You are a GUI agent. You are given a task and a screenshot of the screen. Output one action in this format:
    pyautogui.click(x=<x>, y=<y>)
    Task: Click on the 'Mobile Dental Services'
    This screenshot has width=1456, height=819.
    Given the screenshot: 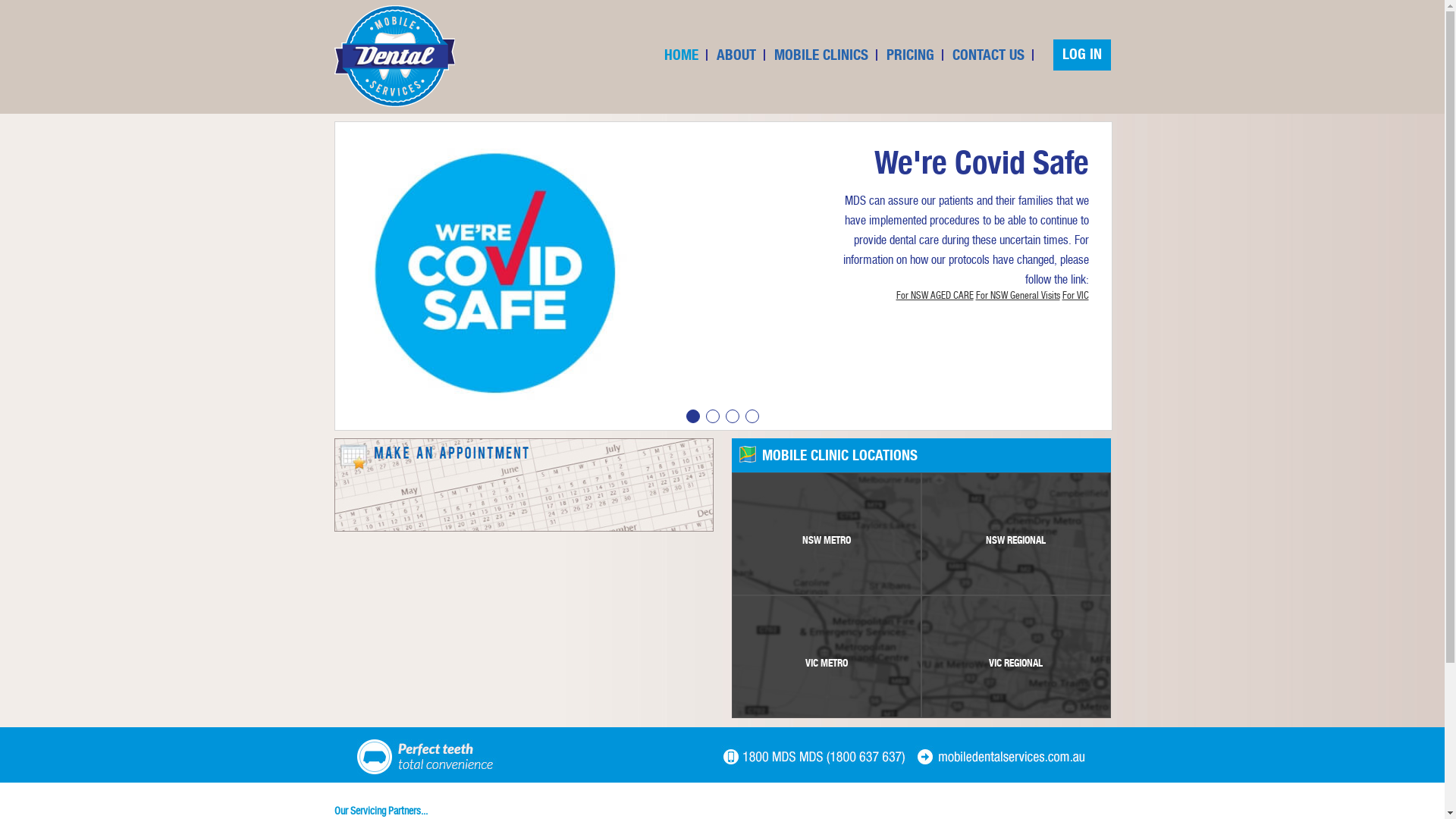 What is the action you would take?
    pyautogui.click(x=394, y=55)
    